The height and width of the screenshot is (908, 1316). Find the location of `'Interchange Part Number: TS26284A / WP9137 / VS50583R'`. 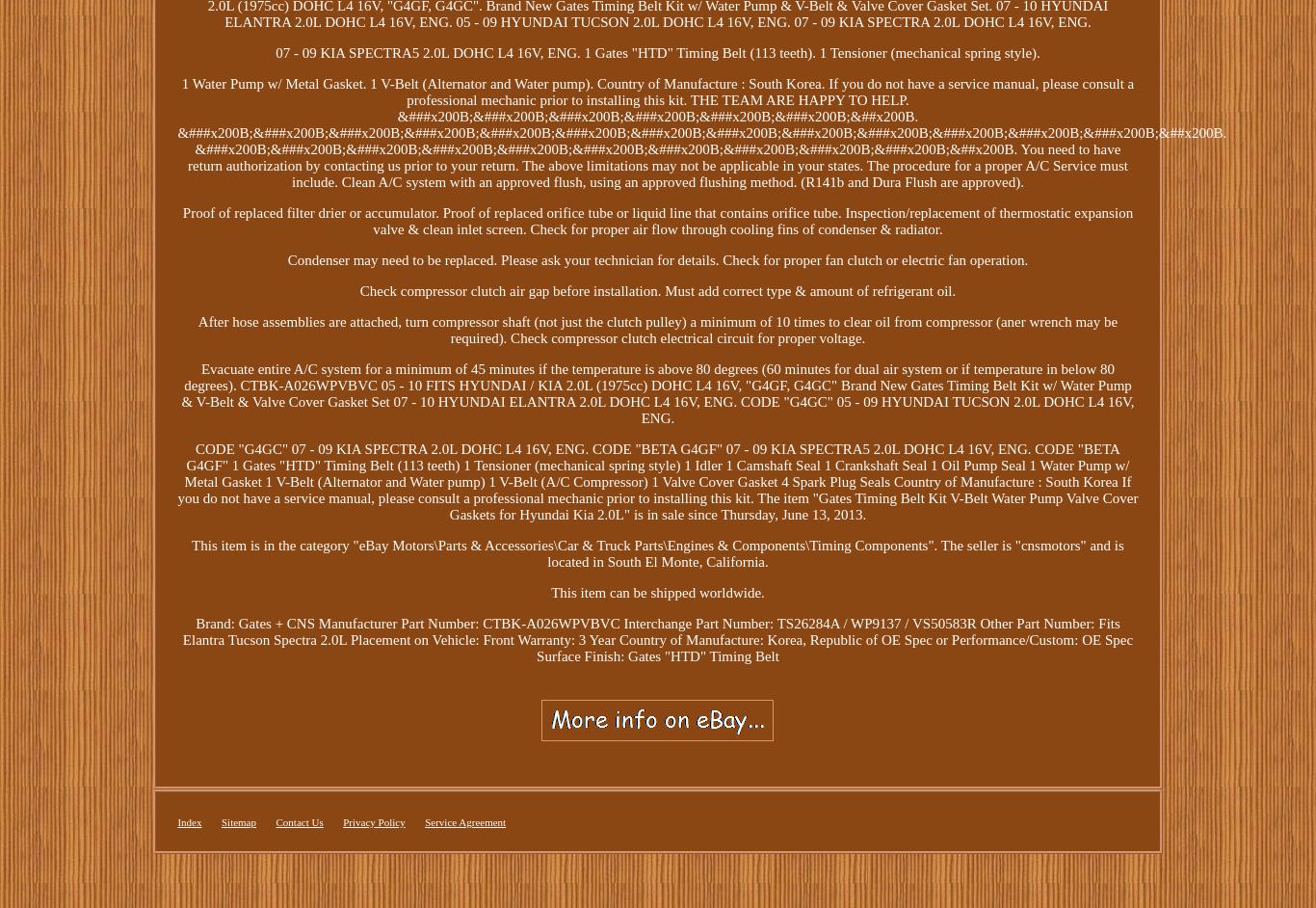

'Interchange Part Number: TS26284A / WP9137 / VS50583R' is located at coordinates (621, 622).